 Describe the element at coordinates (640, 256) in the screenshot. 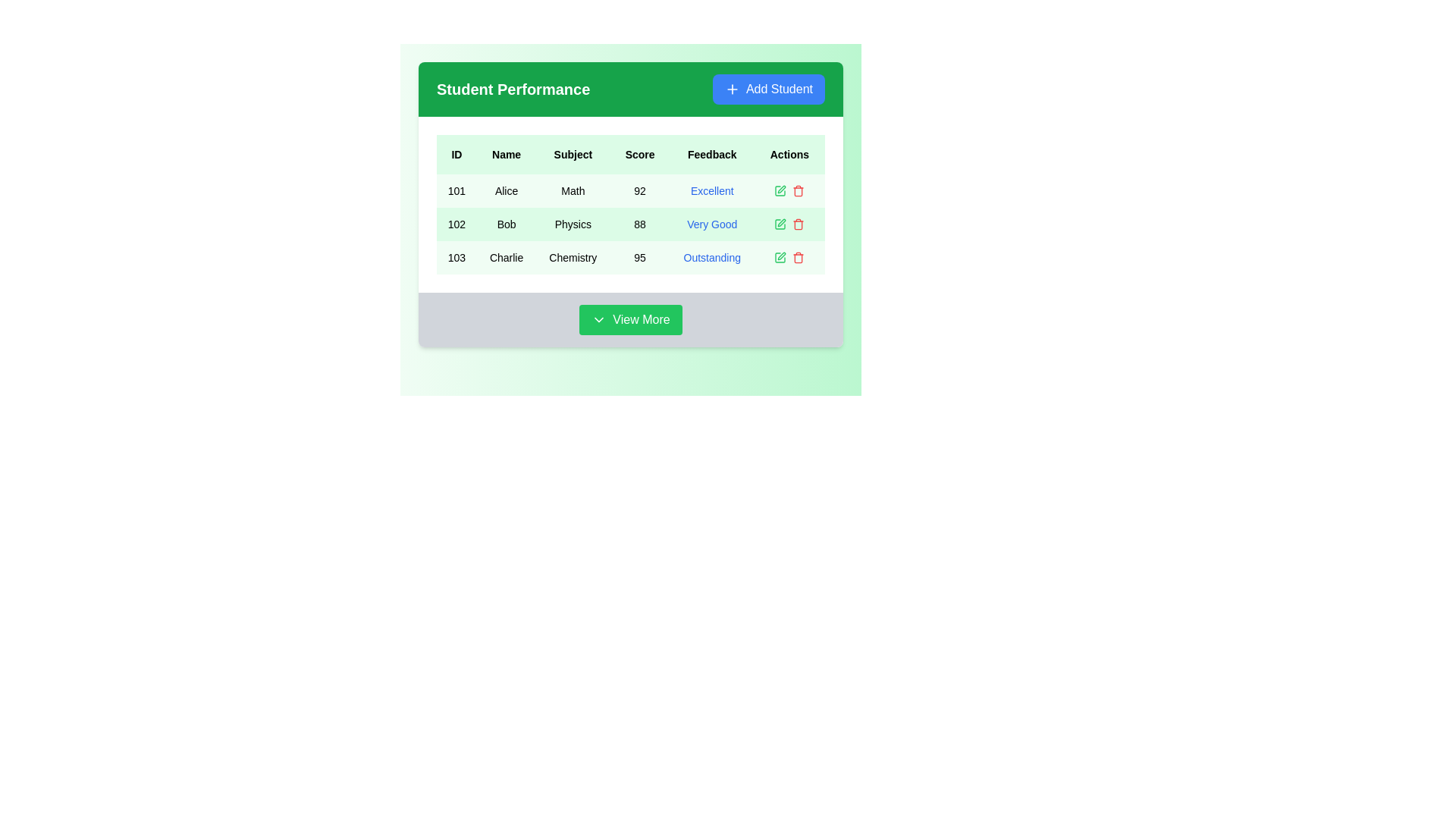

I see `the text label displaying the score '95' in the 'Score' column of the table, which is located in the fourth cell of the third row` at that location.